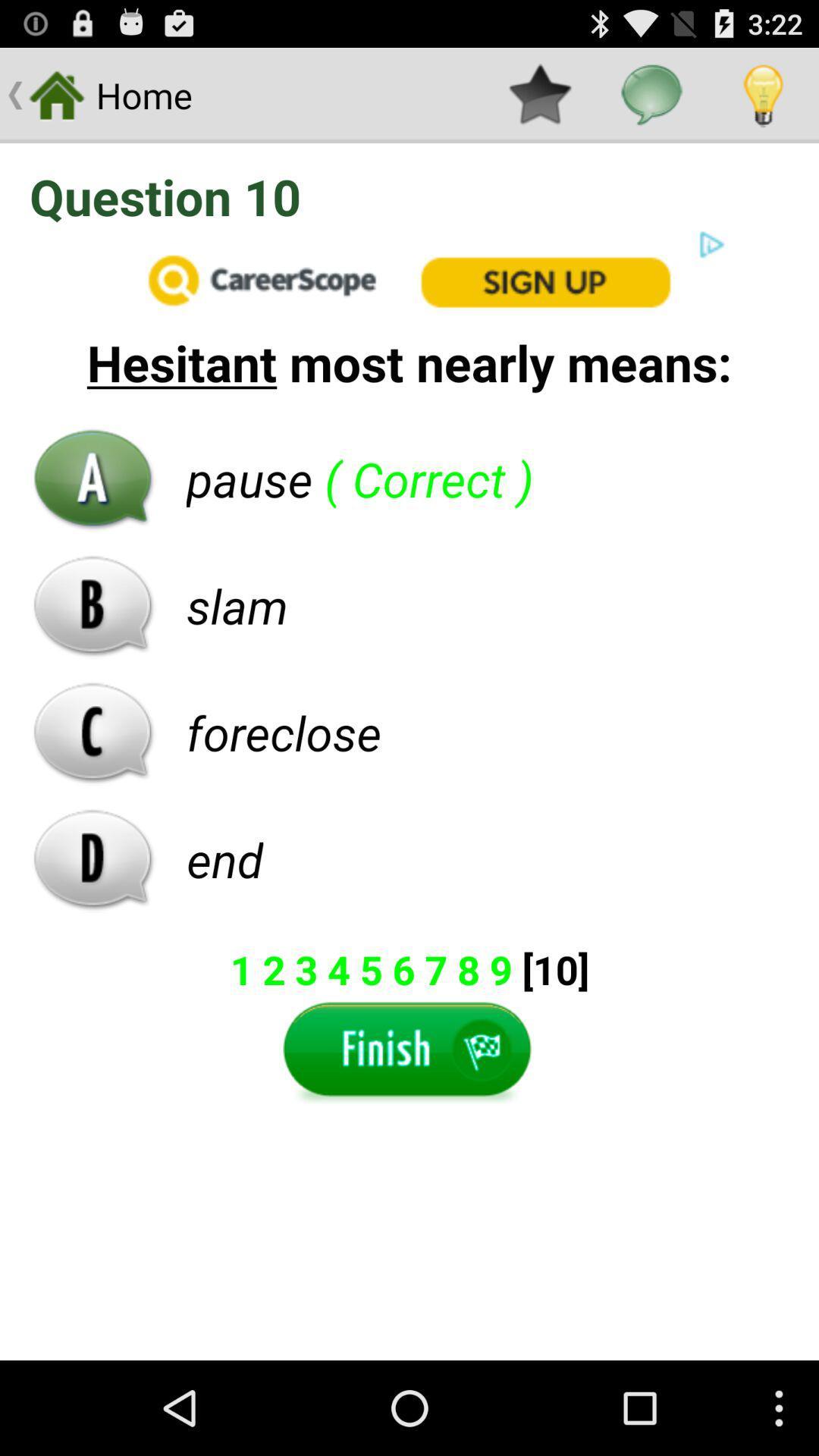 This screenshot has width=819, height=1456. I want to click on c, so click(93, 733).